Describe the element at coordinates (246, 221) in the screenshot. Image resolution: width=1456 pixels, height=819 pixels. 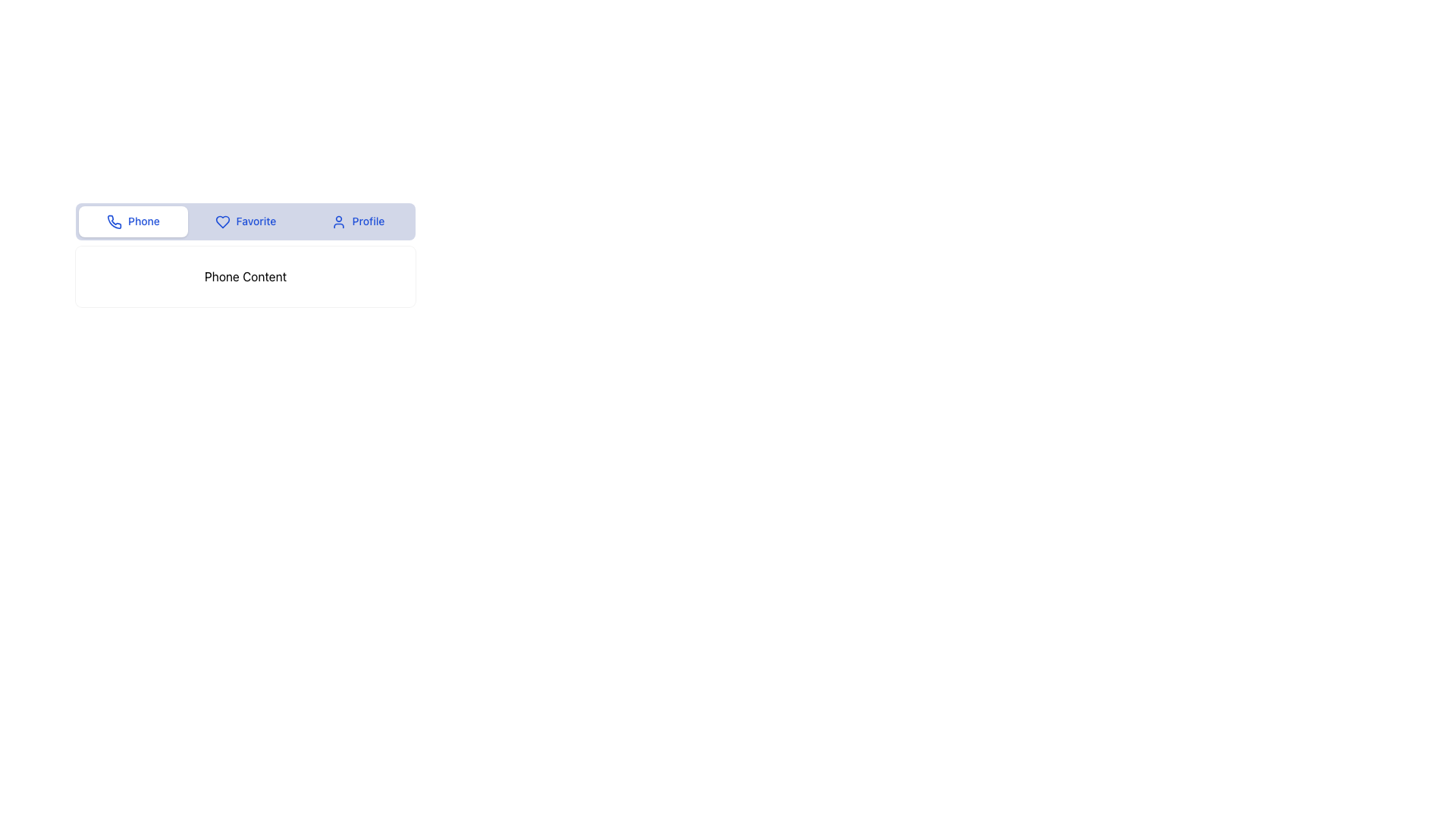
I see `the 'Favorite' button` at that location.